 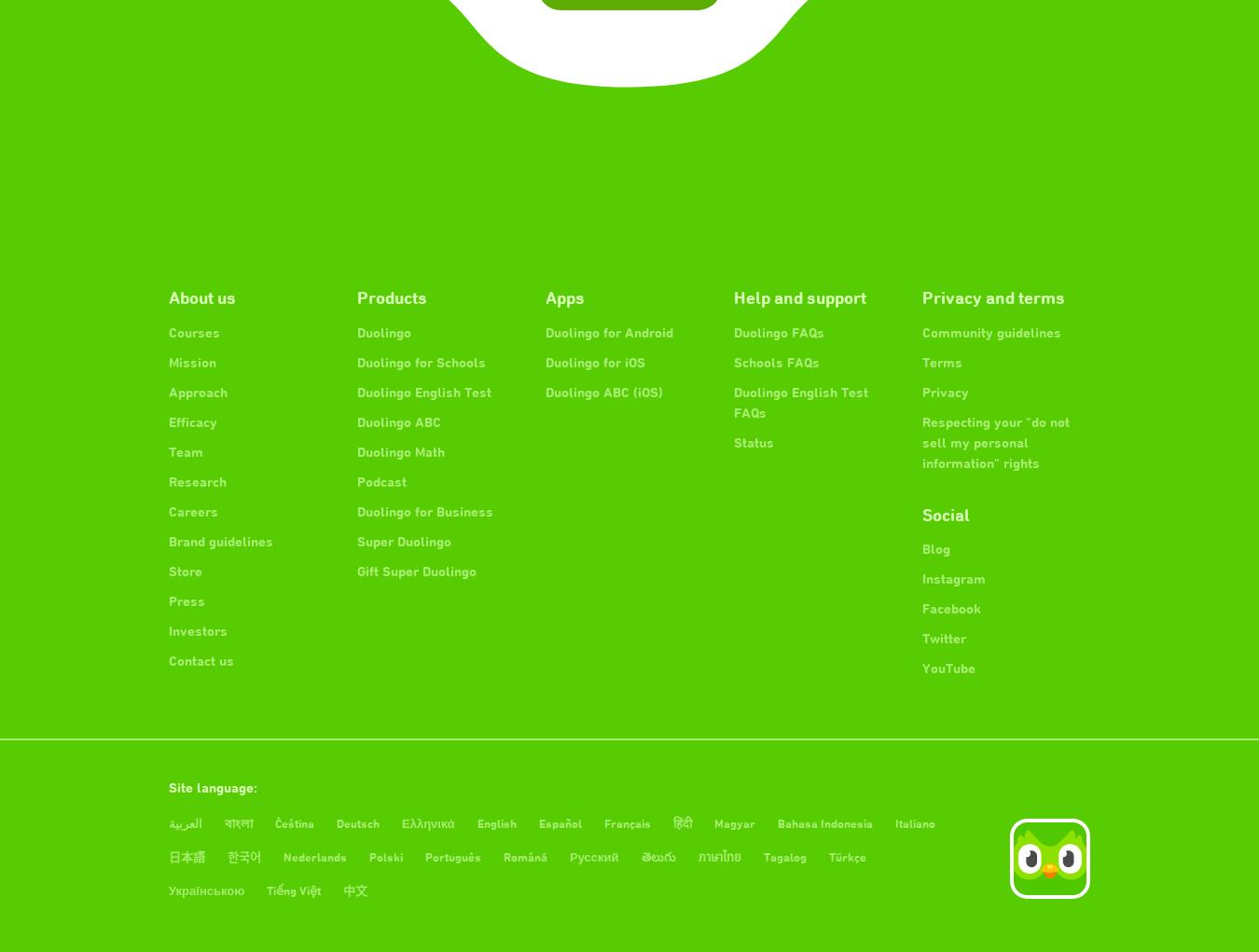 I want to click on 'Terms', so click(x=941, y=361).